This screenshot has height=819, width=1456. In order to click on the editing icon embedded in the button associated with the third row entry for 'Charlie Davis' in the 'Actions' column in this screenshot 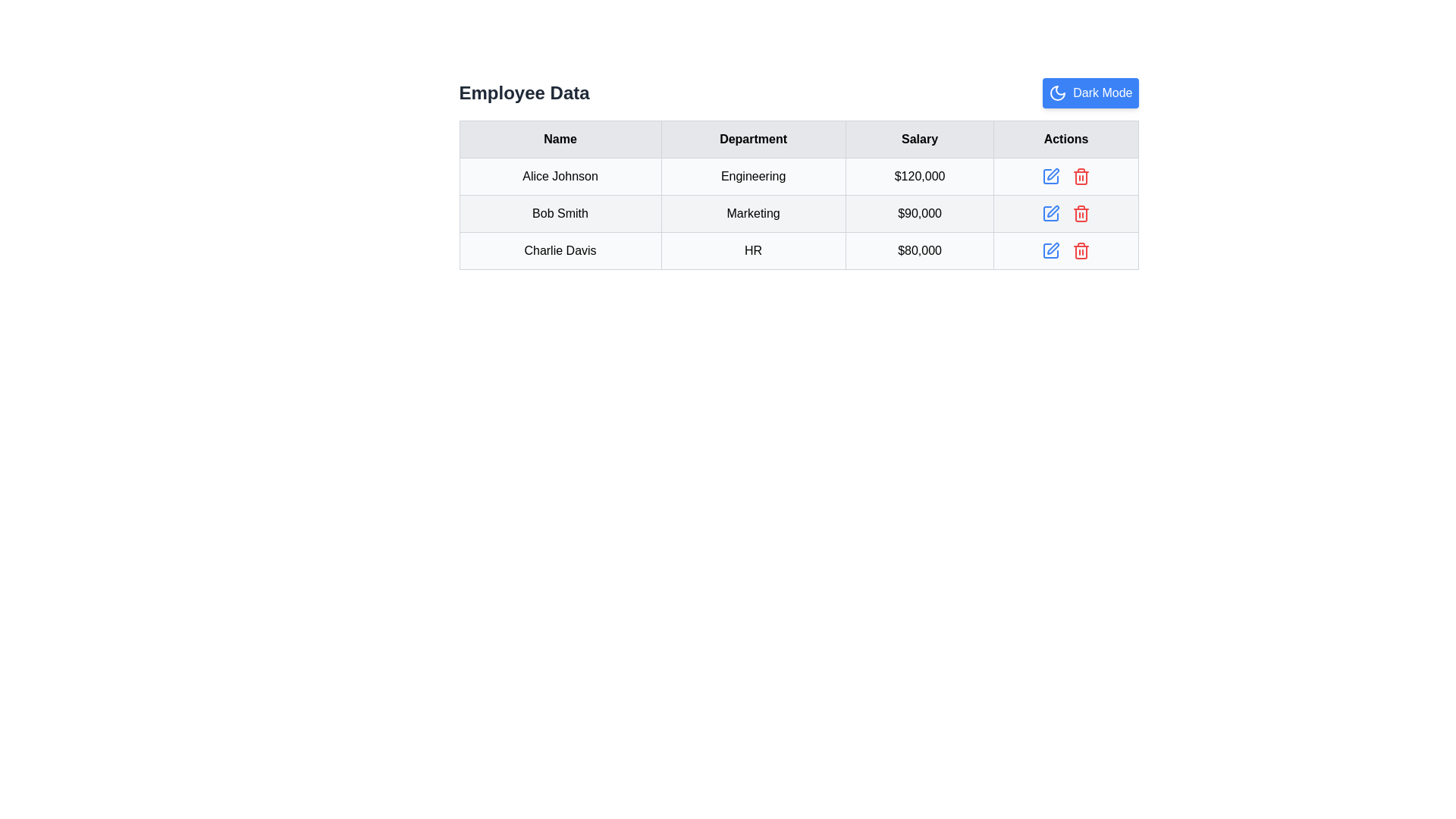, I will do `click(1052, 247)`.